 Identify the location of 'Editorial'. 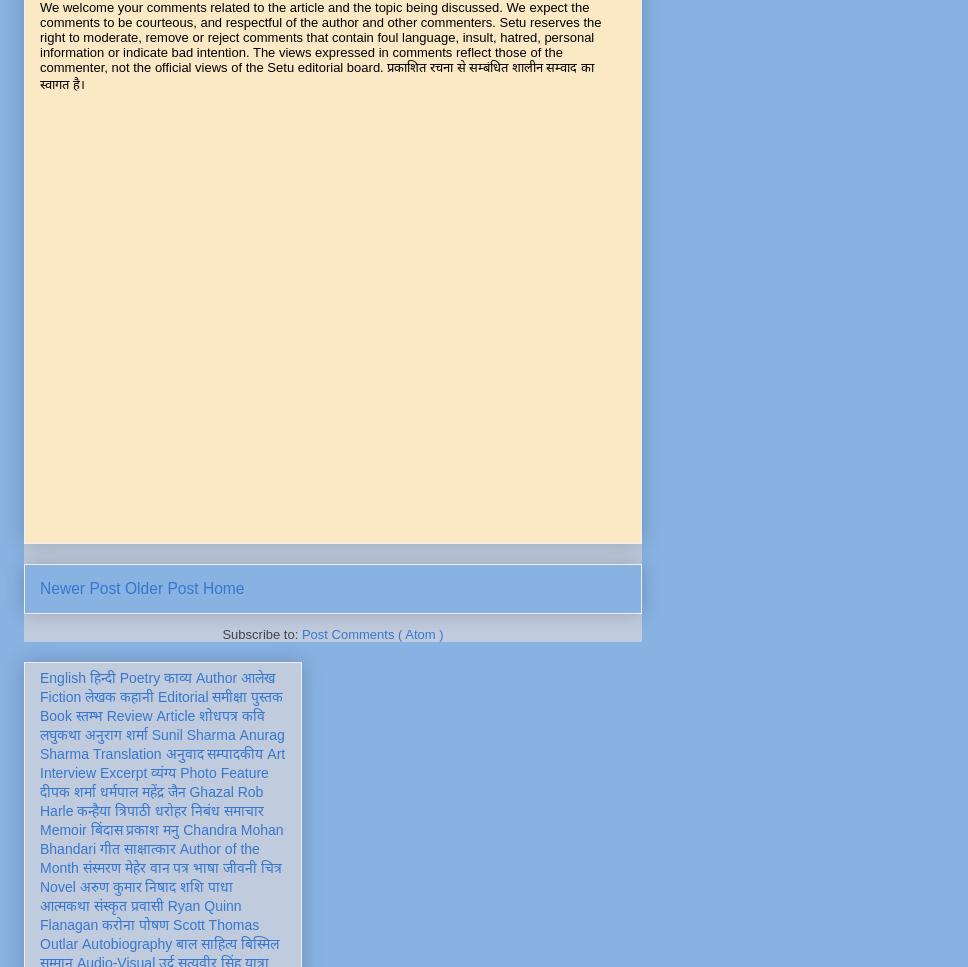
(182, 696).